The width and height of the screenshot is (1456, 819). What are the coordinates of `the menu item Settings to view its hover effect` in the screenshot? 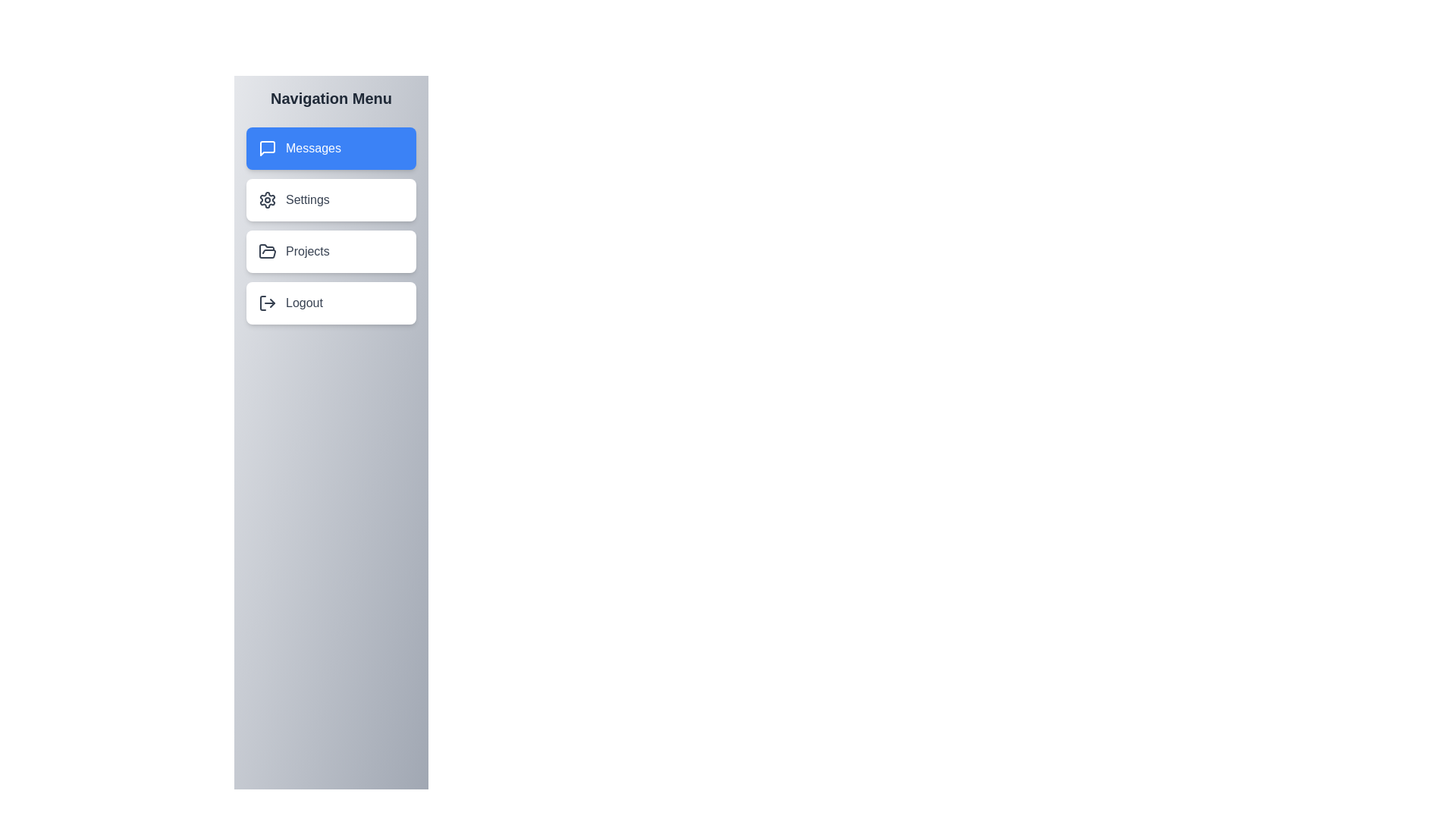 It's located at (330, 199).